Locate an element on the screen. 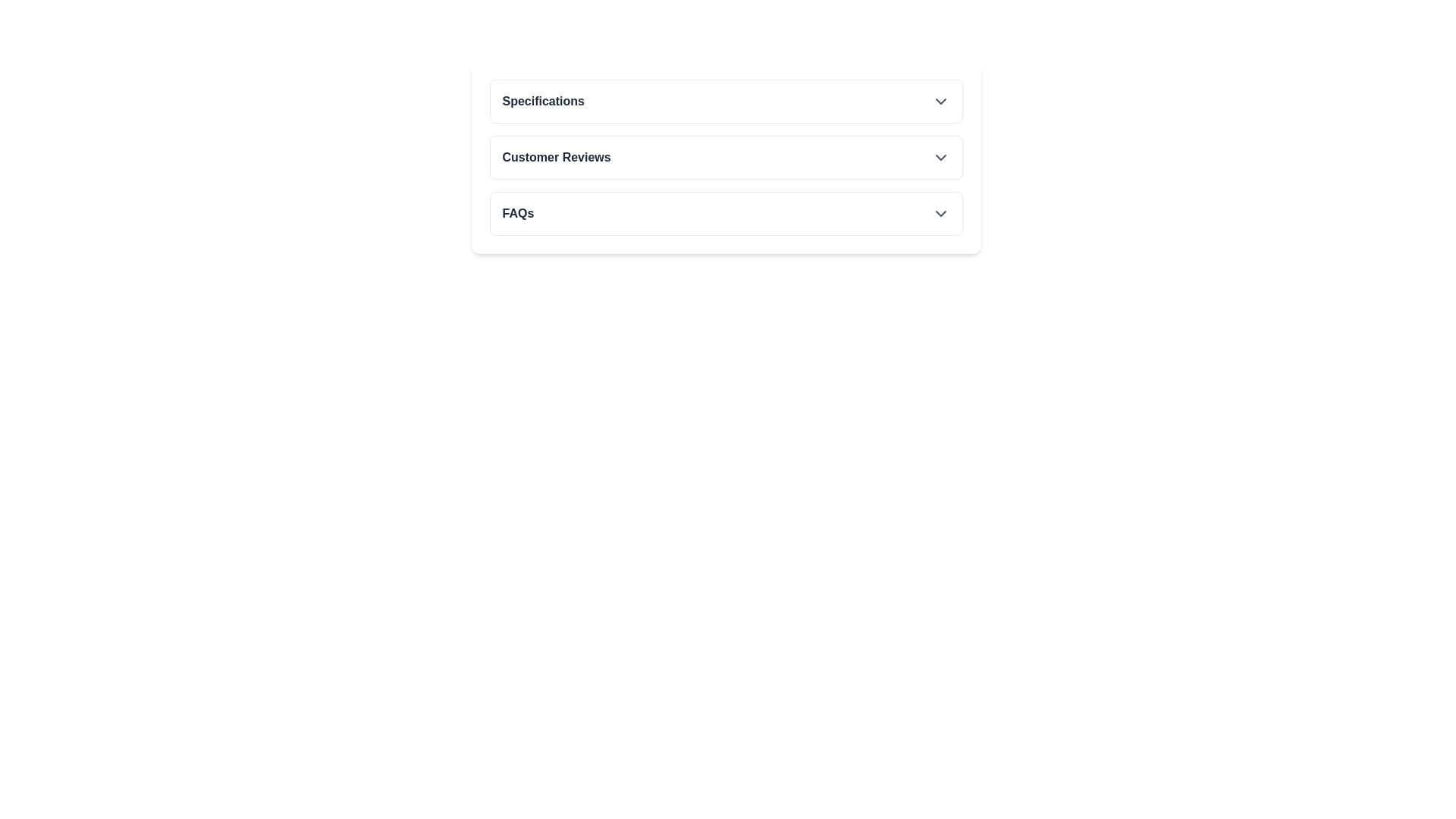 The width and height of the screenshot is (1456, 819). the 'Specifications' text label is located at coordinates (543, 102).